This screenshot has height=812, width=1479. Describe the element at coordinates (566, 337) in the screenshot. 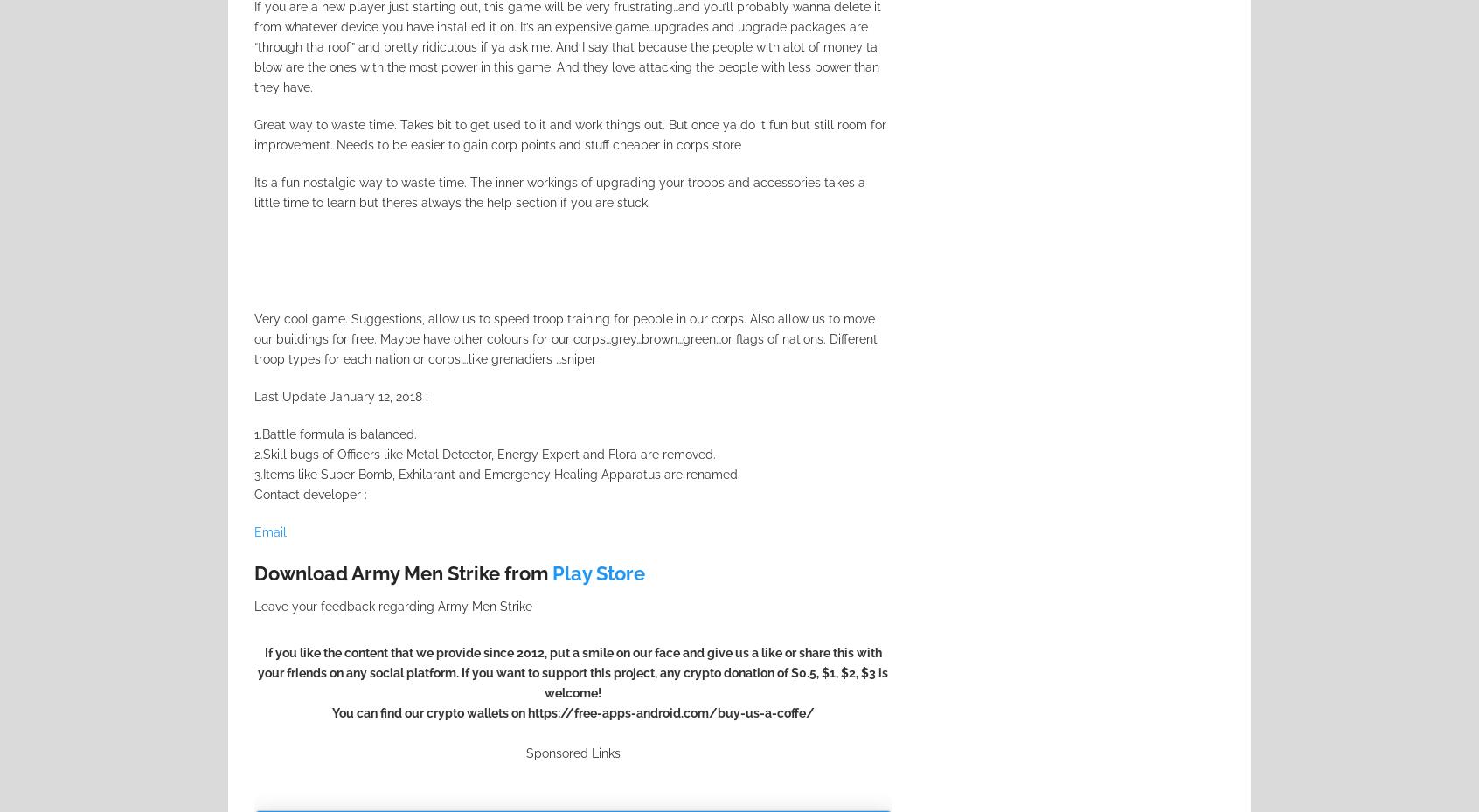

I see `'Very cool game. Suggestions, allow us to speed troop training for people in our corps. Also allow us to move our buildings for free. Maybe have other colours for our corps…grey…brown…green…or flags of nations. Different troop types for each nation or corps….like grenadiers …sniper'` at that location.